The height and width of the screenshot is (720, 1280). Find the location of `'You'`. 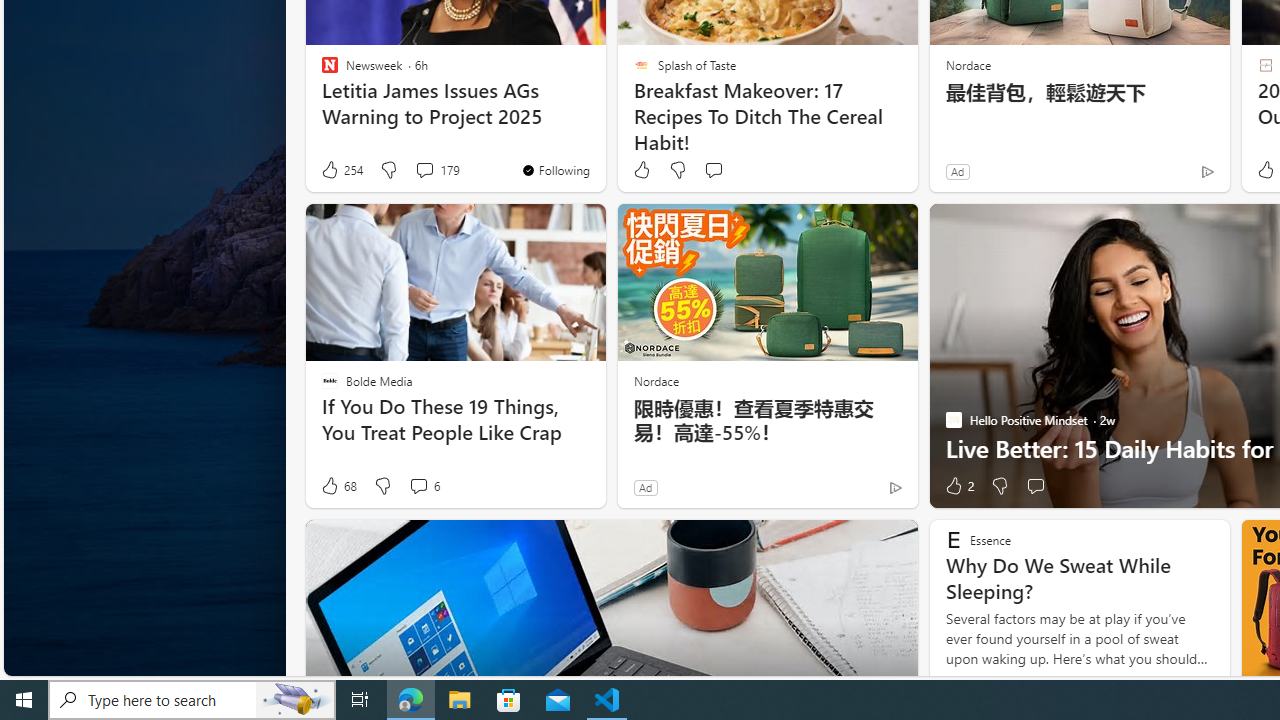

'You' is located at coordinates (555, 168).